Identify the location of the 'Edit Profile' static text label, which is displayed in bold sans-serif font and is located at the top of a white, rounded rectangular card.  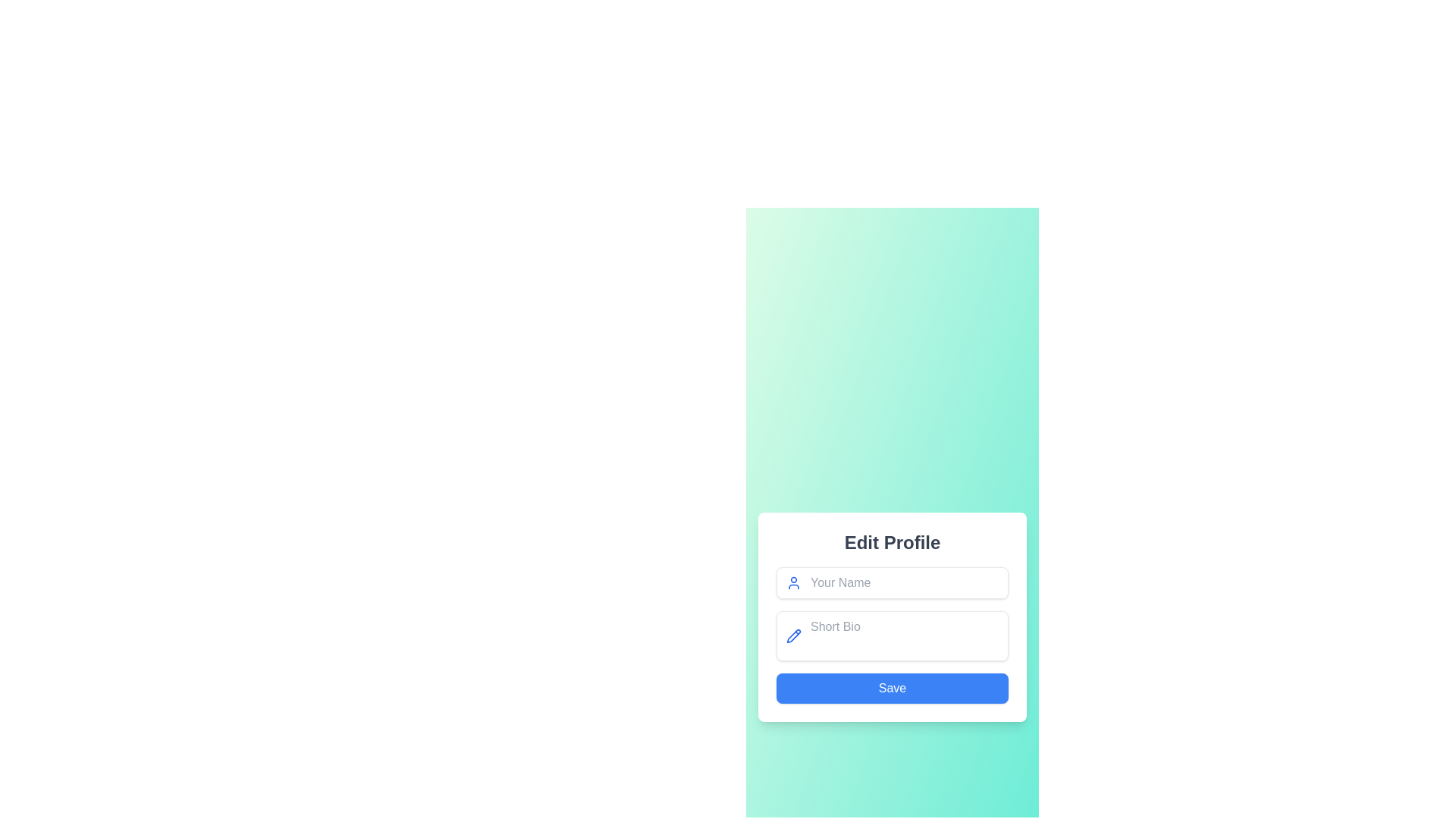
(892, 542).